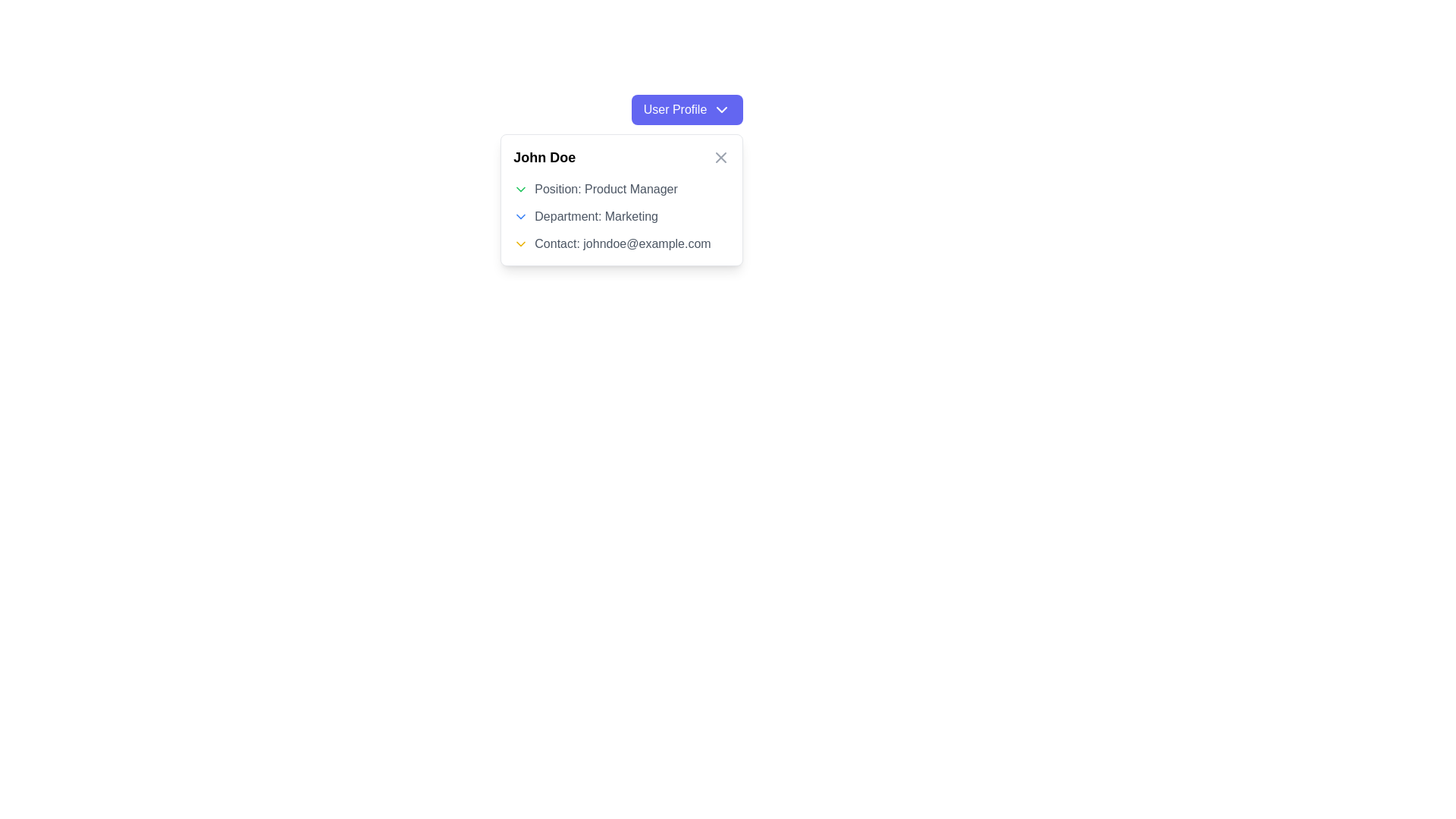 The height and width of the screenshot is (819, 1456). Describe the element at coordinates (686, 109) in the screenshot. I see `the 'User Profile' dropdown toggle button with a purple background and white text` at that location.